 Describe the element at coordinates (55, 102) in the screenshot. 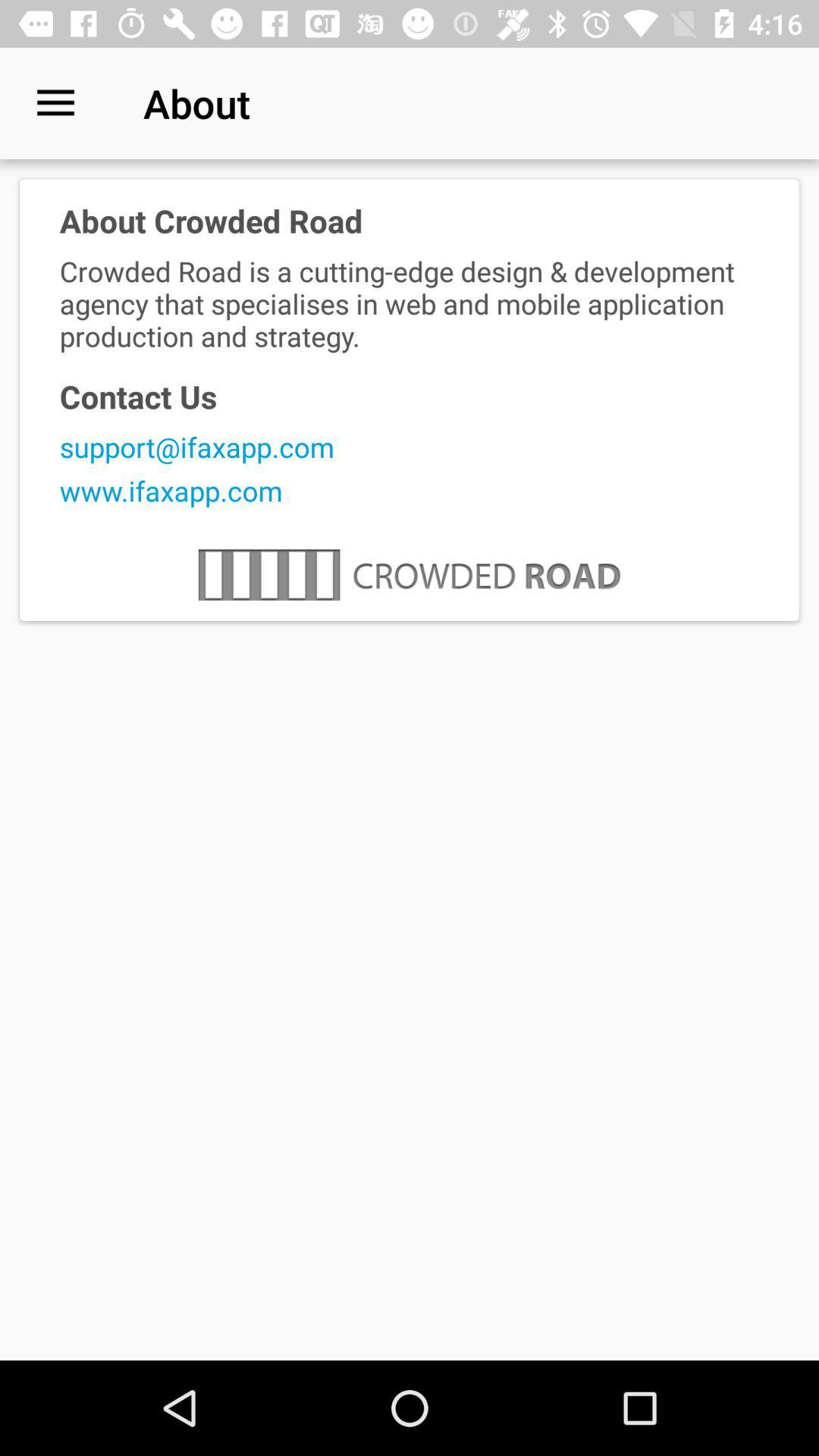

I see `item next to about item` at that location.